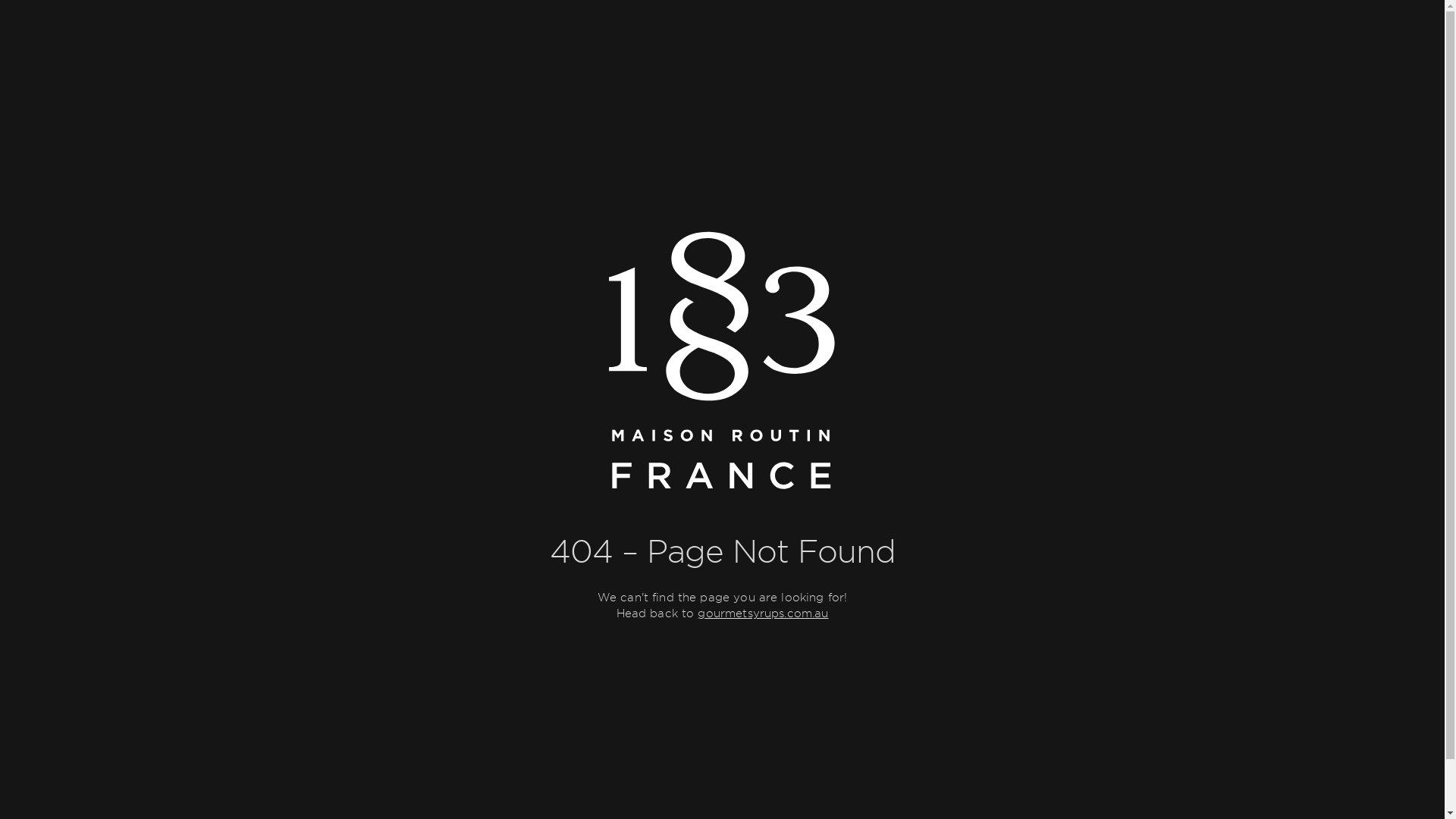  Describe the element at coordinates (763, 613) in the screenshot. I see `'gourmetsyrups.com.au'` at that location.